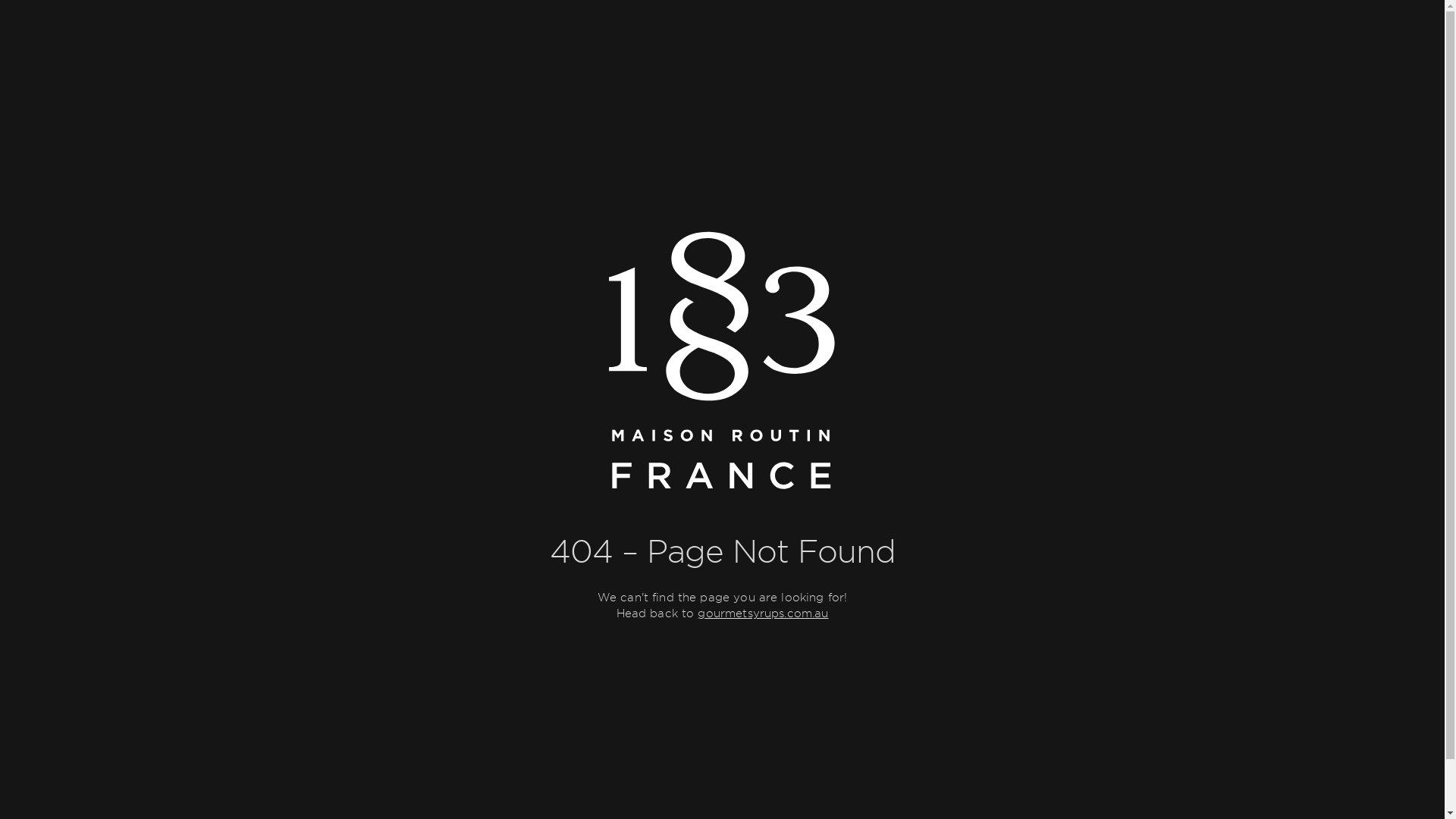  Describe the element at coordinates (763, 613) in the screenshot. I see `'gourmetsyrups.com.au'` at that location.